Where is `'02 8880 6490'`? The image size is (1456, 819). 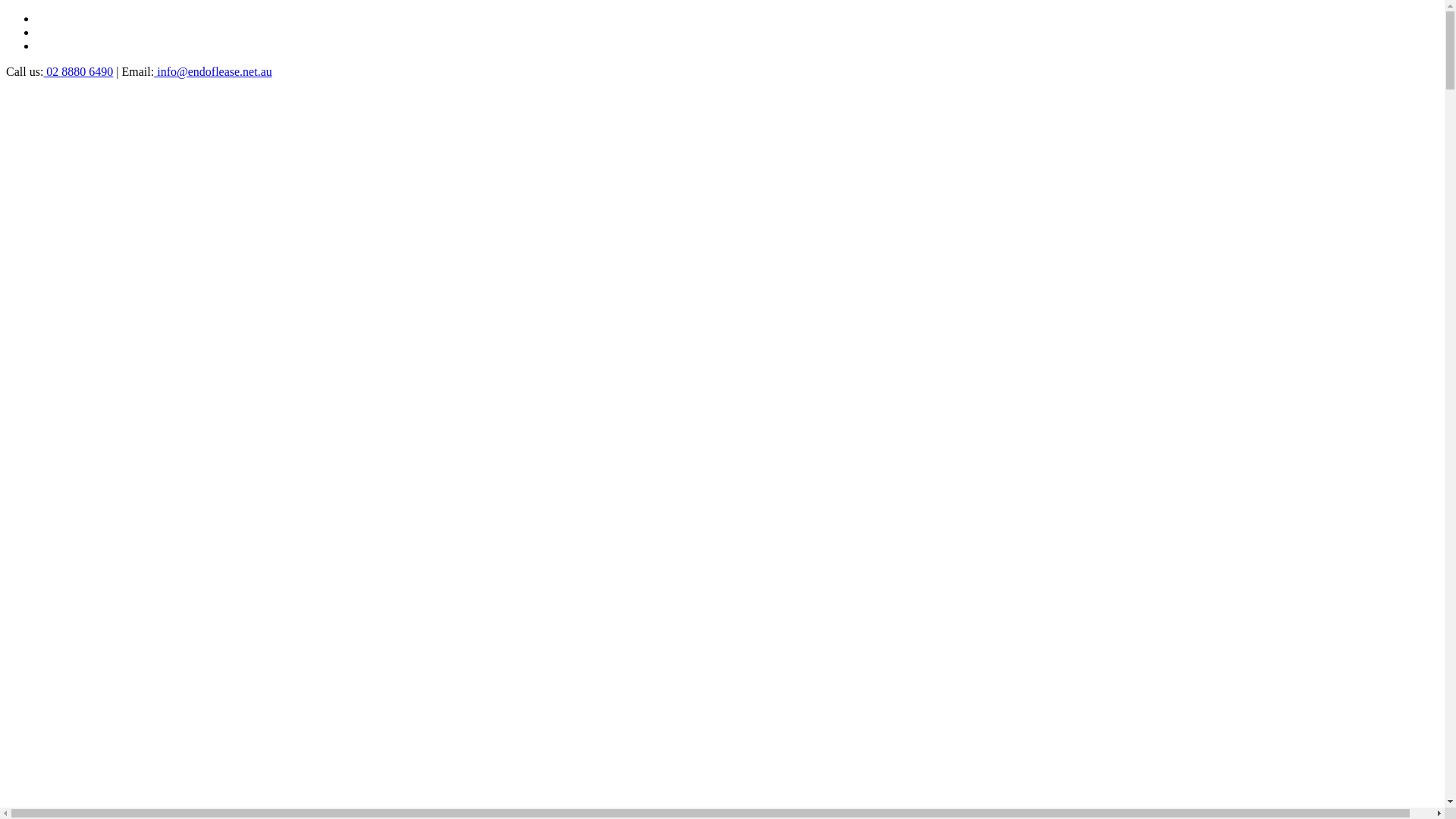
'02 8880 6490' is located at coordinates (77, 71).